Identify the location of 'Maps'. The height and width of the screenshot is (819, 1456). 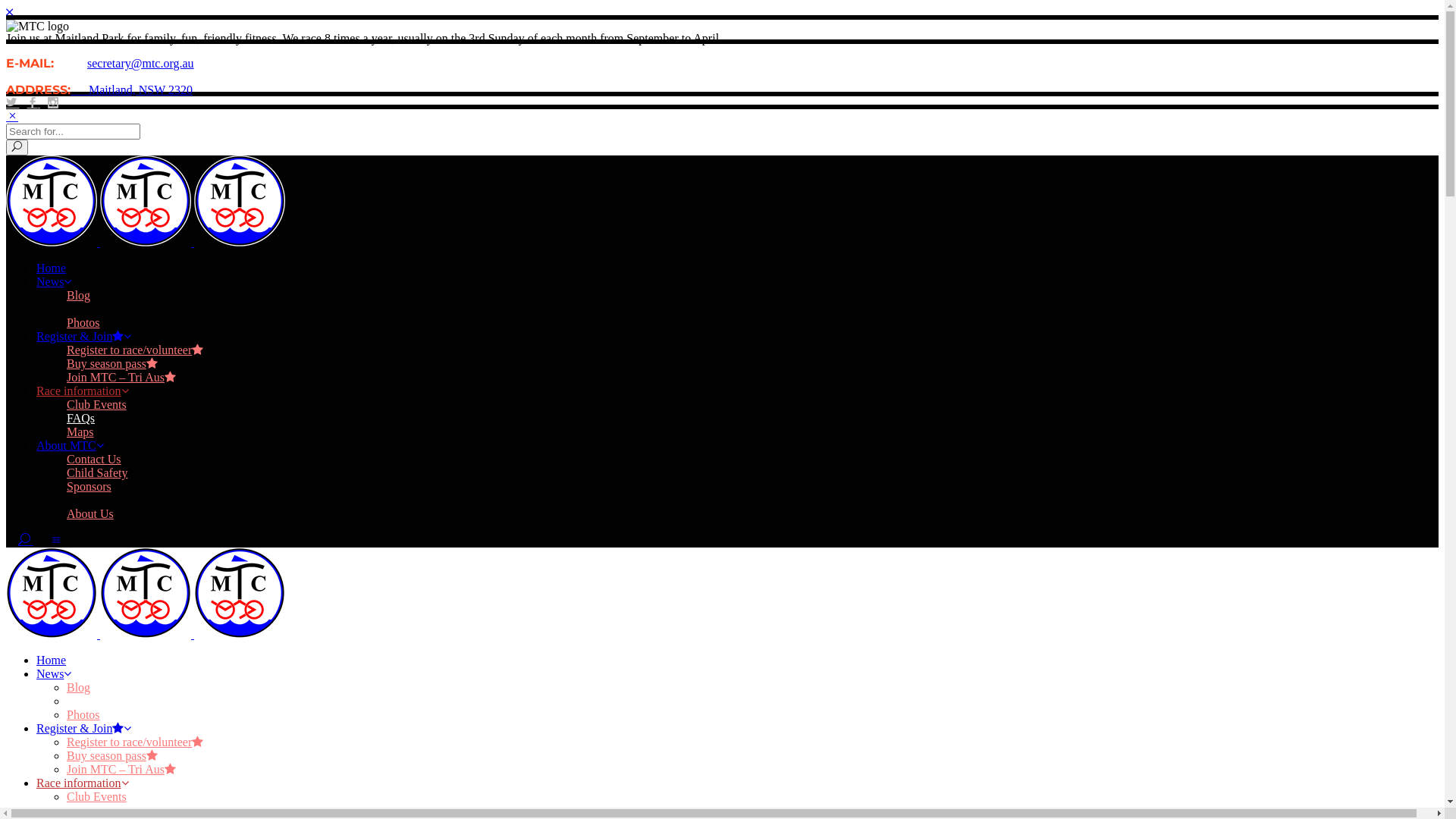
(79, 431).